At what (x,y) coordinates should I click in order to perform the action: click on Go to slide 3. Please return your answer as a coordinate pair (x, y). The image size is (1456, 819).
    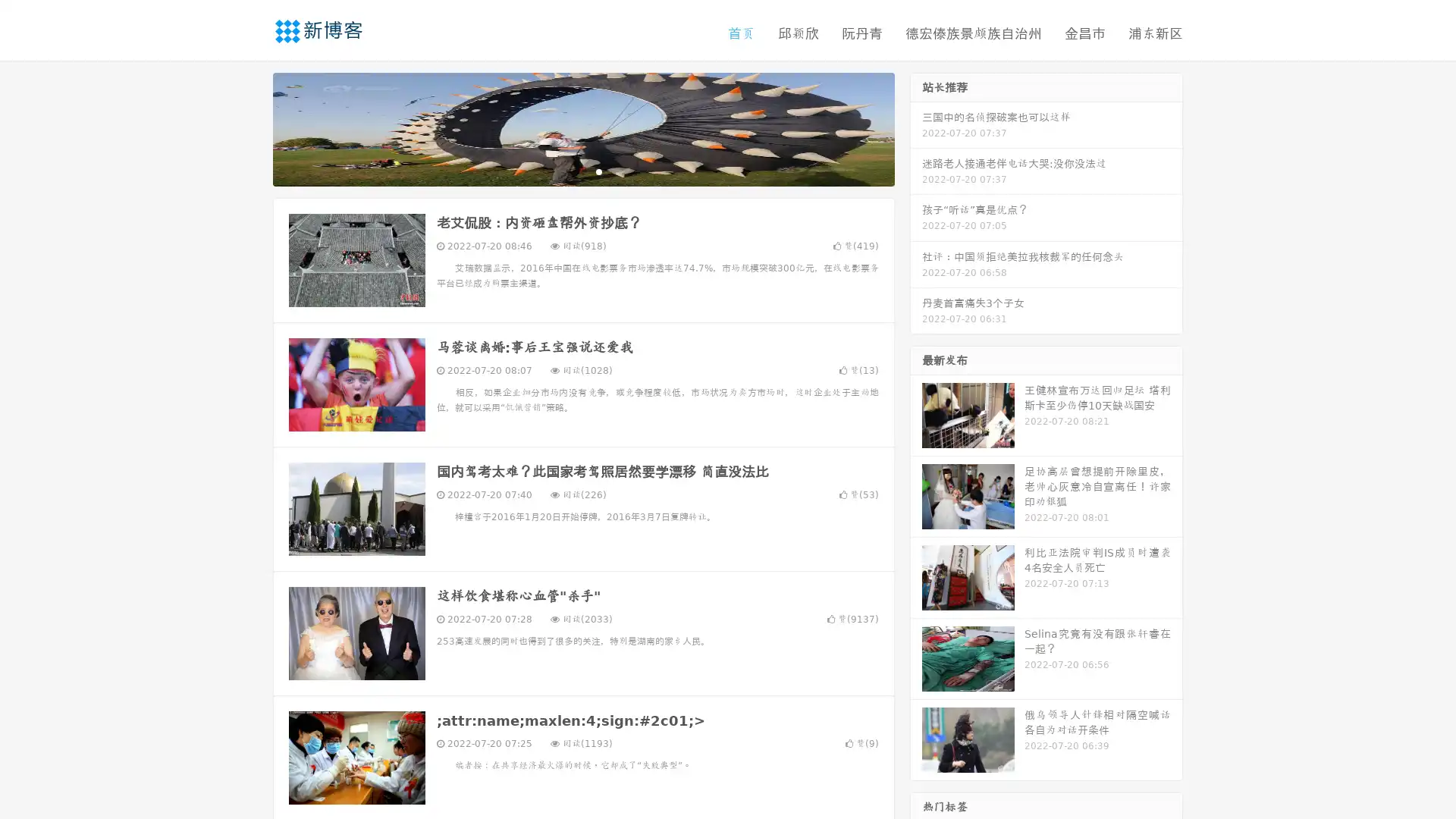
    Looking at the image, I should click on (598, 171).